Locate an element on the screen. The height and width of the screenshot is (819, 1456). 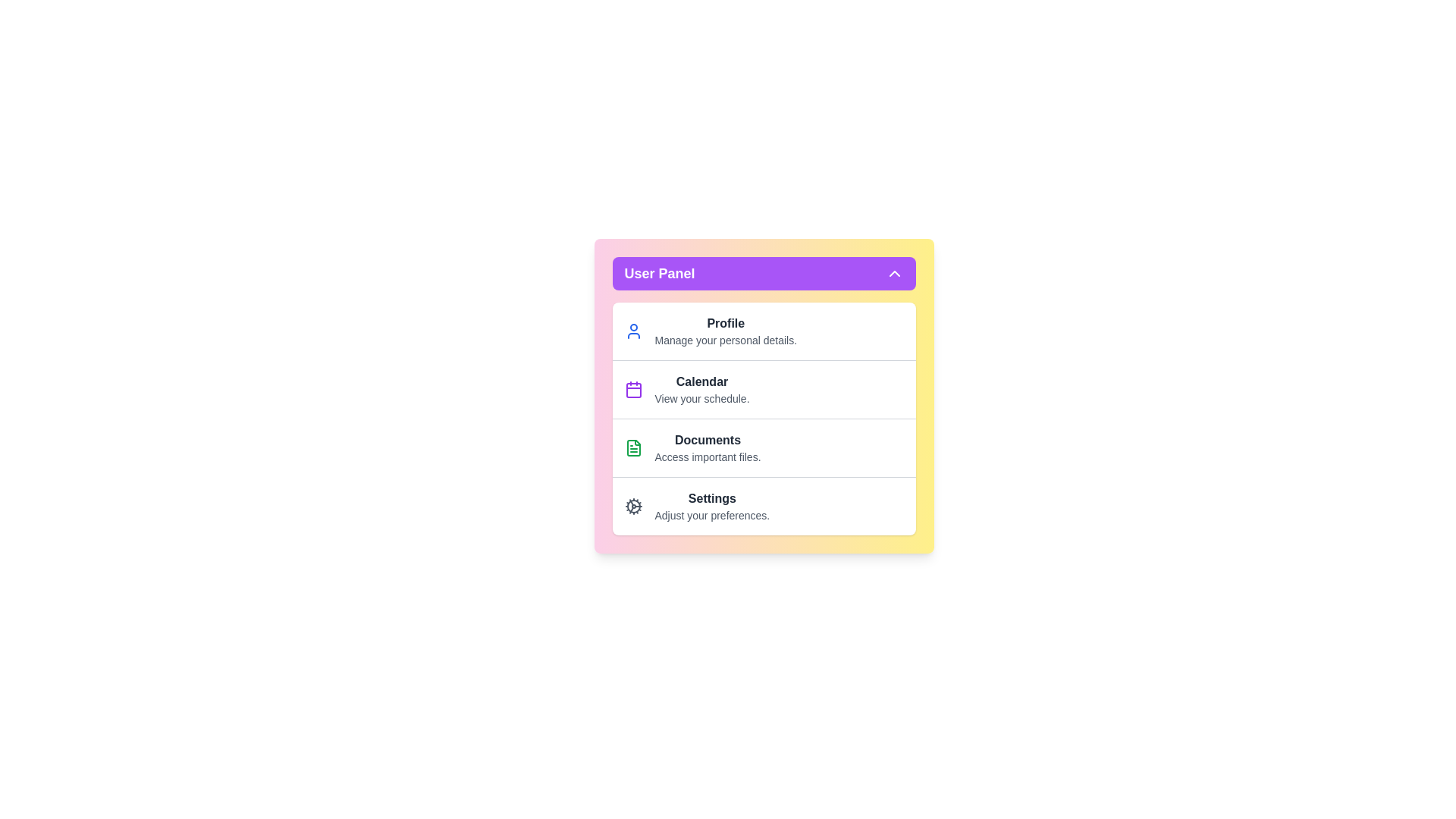
the text label that reads 'Adjust your preferences.' located beneath the 'Settings' title within the User Panel is located at coordinates (711, 514).